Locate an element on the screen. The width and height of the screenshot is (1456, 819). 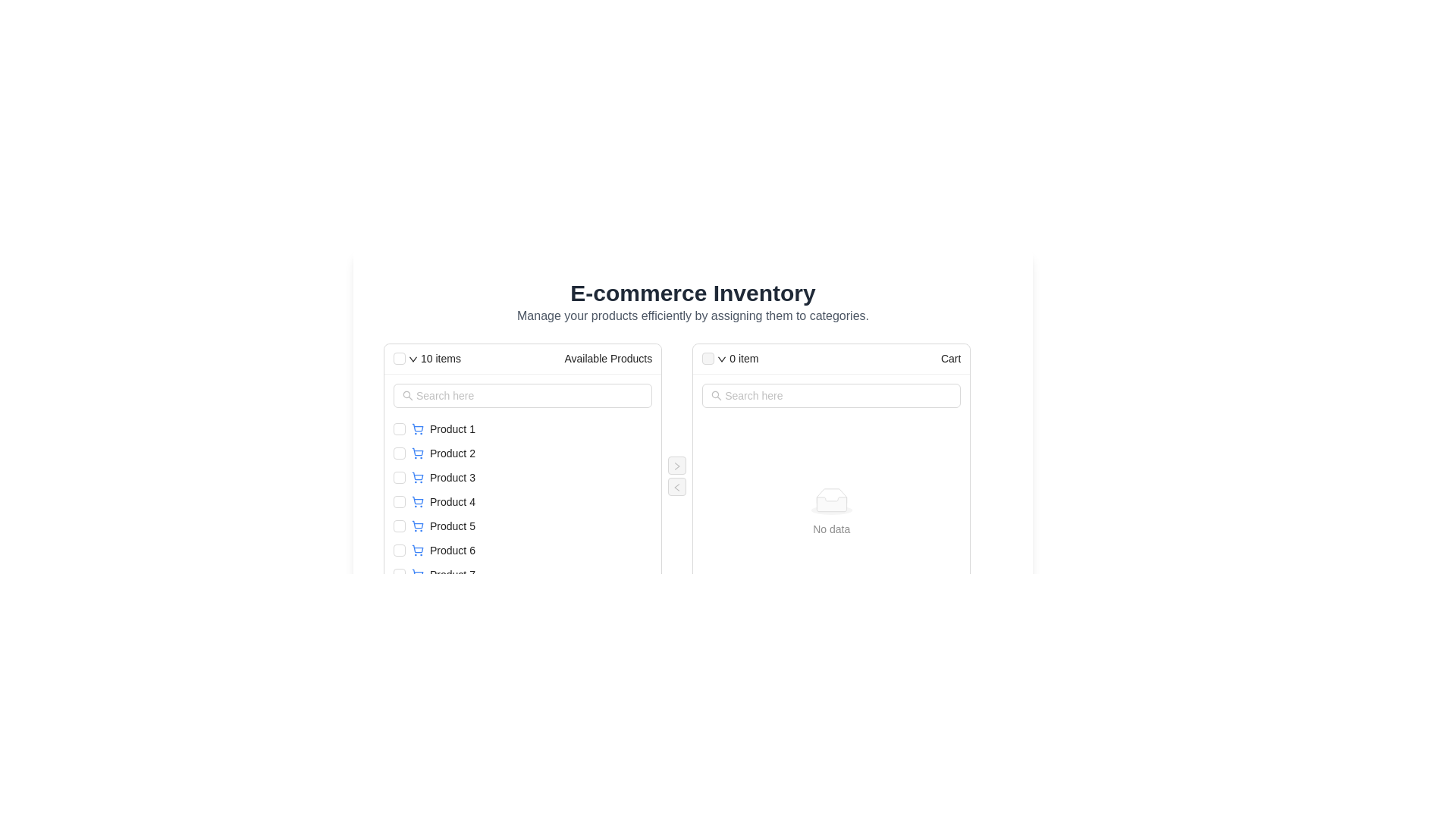
the small blue shopping cart icon located to the left of the text 'Product 2'. It is the leftmost icon in the row and aligns vertically with the text is located at coordinates (418, 452).